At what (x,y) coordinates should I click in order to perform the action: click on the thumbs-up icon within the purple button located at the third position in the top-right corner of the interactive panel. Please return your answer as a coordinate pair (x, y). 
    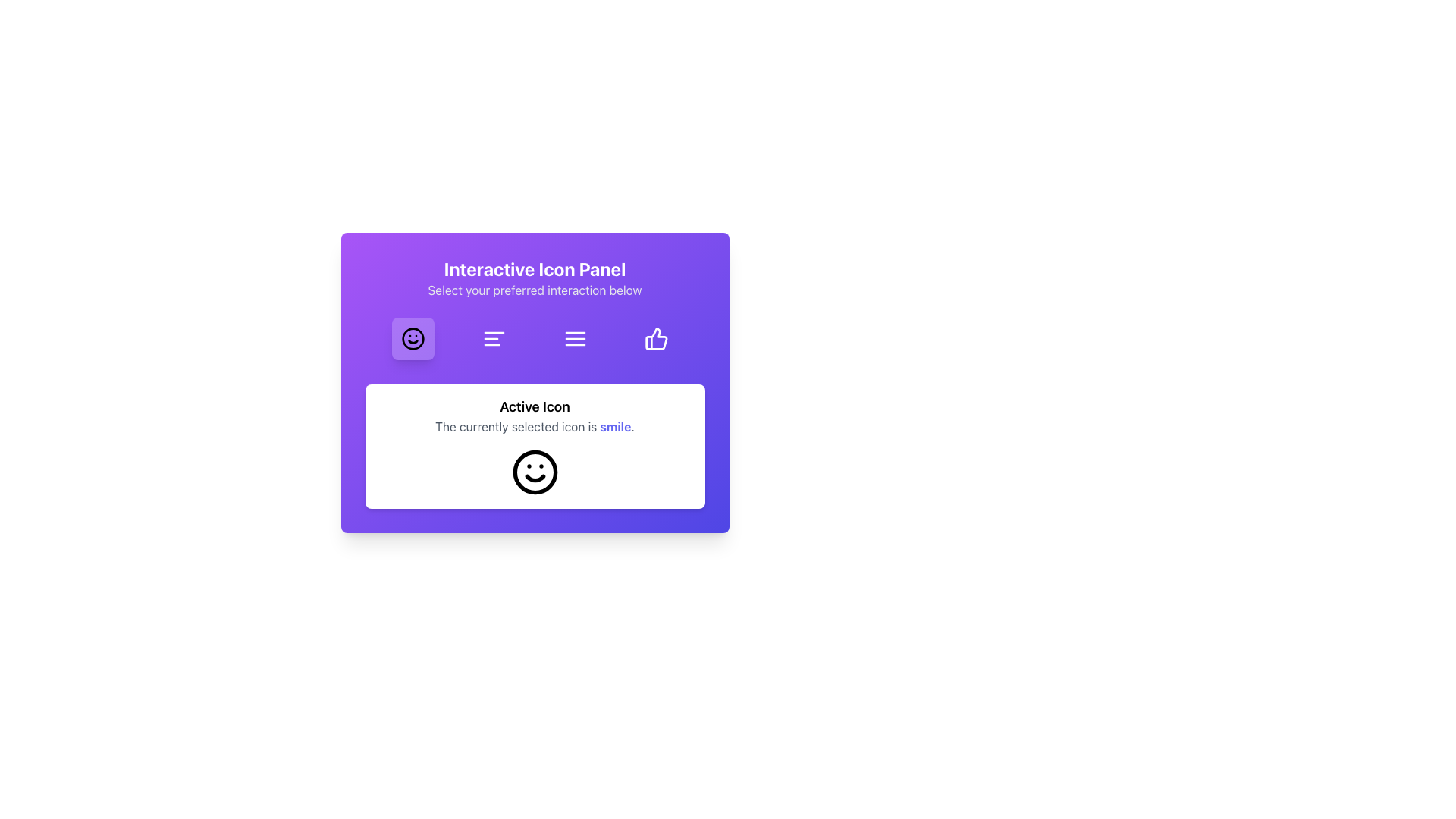
    Looking at the image, I should click on (656, 338).